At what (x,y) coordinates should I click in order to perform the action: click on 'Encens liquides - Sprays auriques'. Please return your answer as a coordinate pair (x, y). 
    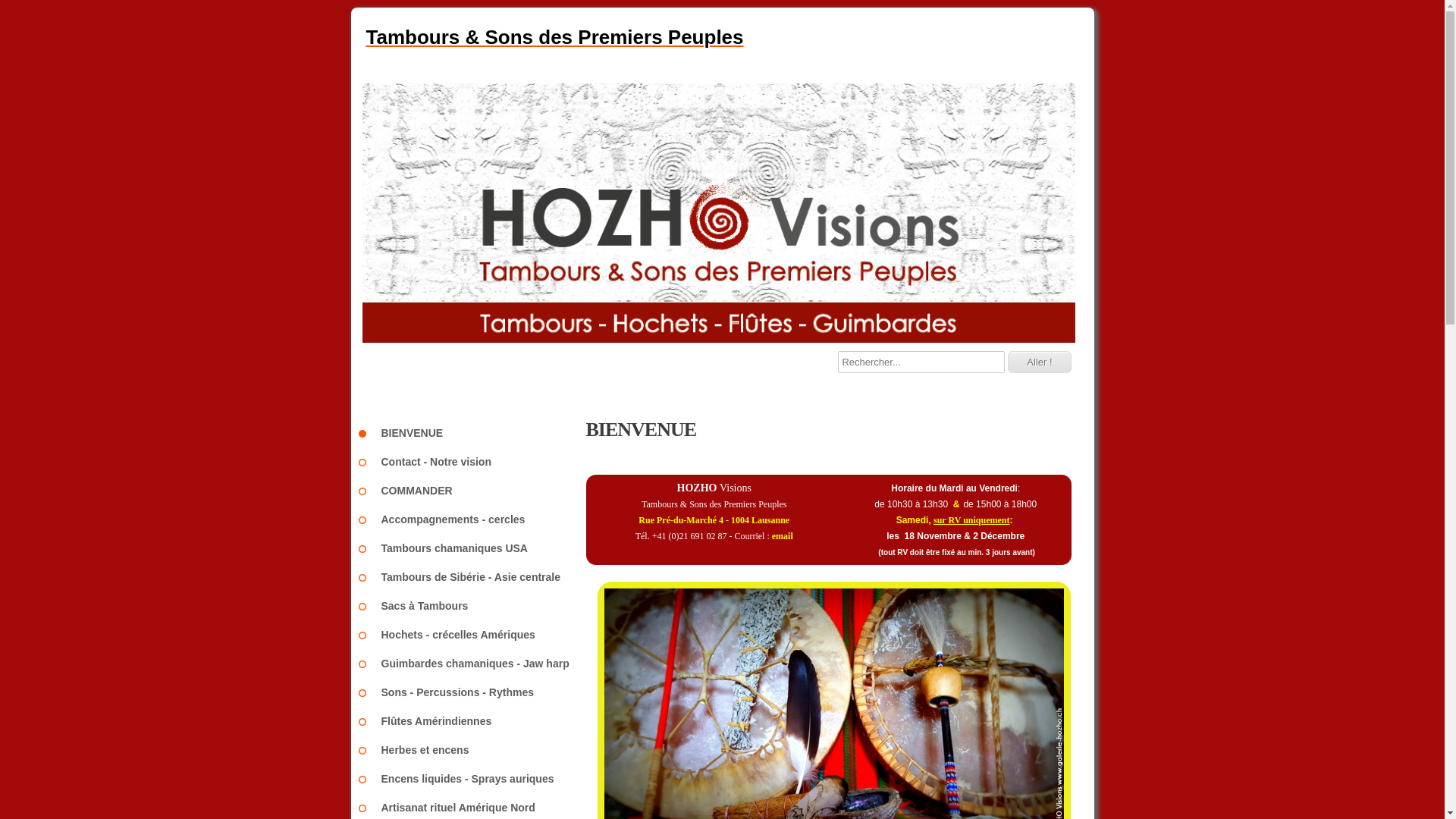
    Looking at the image, I should click on (471, 778).